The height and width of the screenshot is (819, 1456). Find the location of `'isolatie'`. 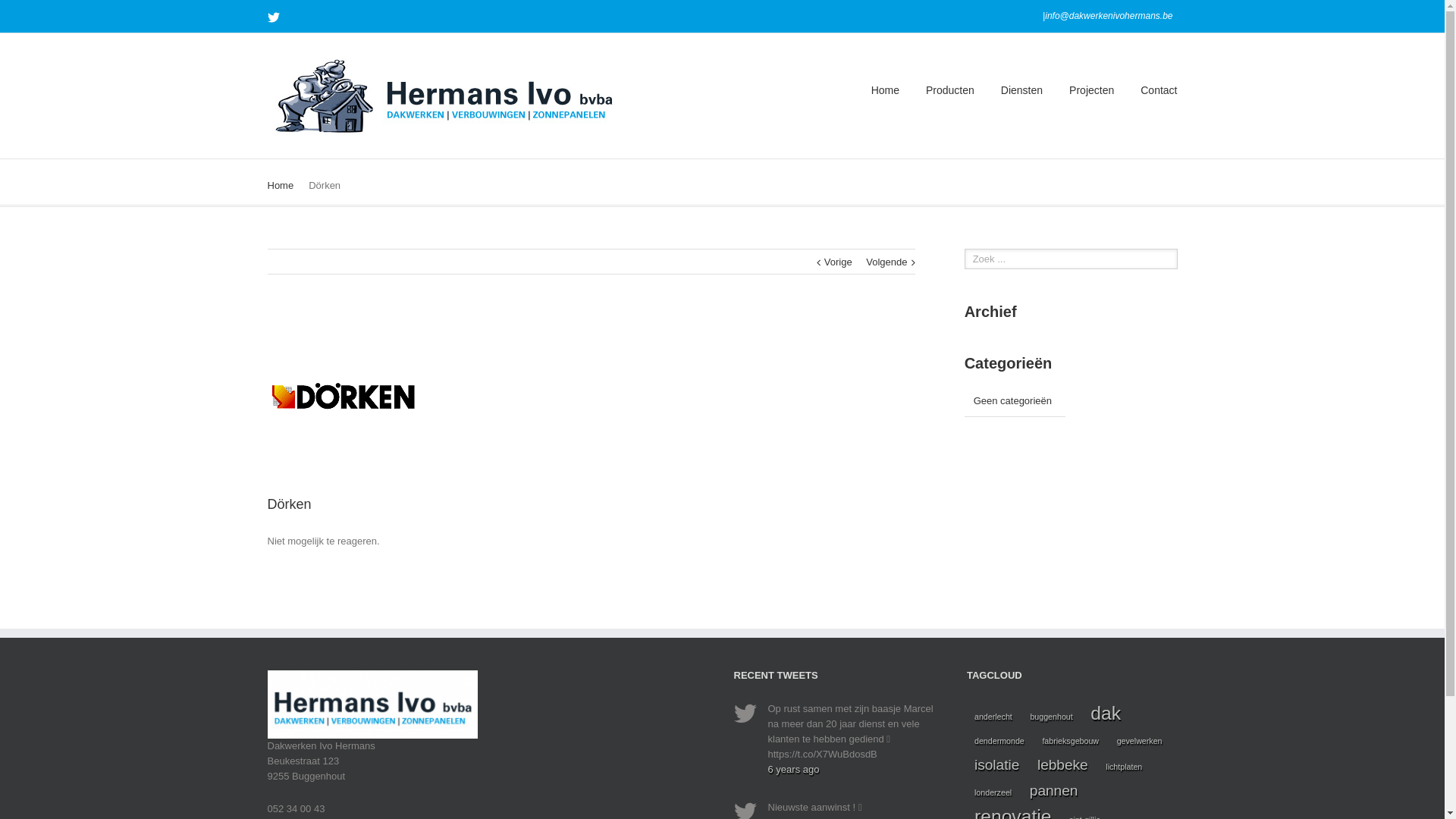

'isolatie' is located at coordinates (996, 765).